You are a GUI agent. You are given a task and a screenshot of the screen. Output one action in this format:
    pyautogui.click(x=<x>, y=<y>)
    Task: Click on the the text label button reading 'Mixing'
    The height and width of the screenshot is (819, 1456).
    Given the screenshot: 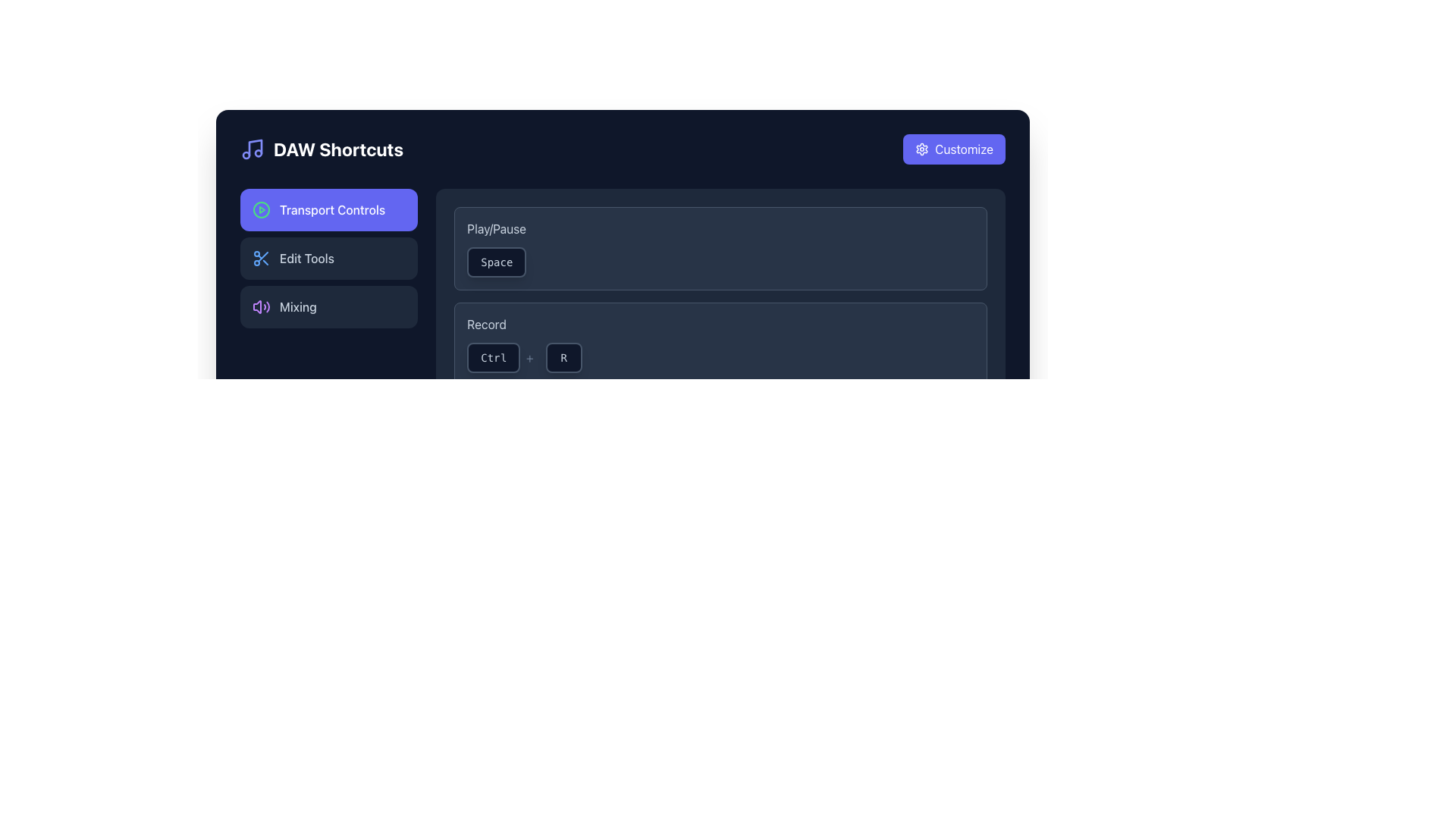 What is the action you would take?
    pyautogui.click(x=298, y=307)
    